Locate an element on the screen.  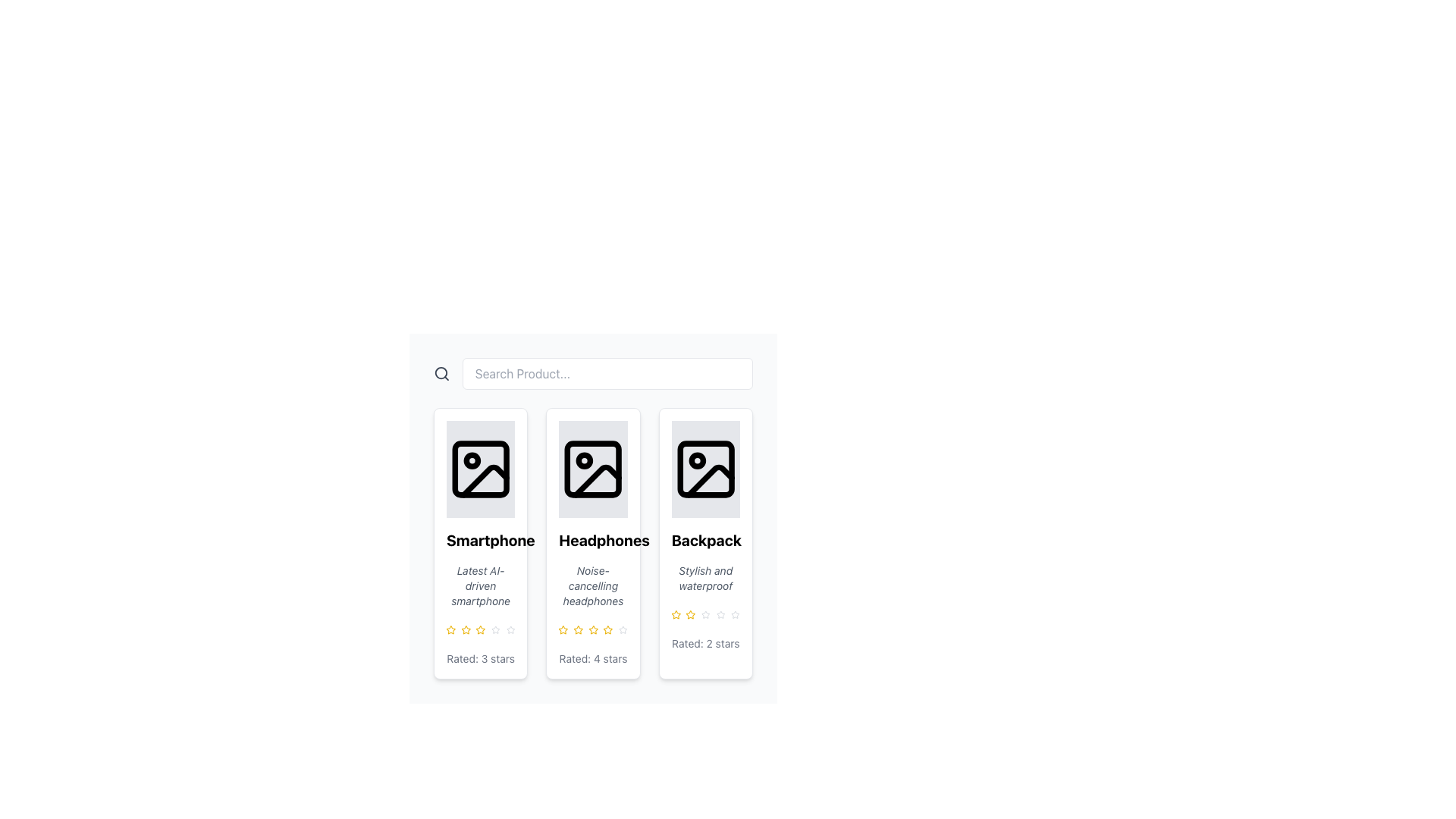
the second product card in the vertically oriented list of products is located at coordinates (592, 517).